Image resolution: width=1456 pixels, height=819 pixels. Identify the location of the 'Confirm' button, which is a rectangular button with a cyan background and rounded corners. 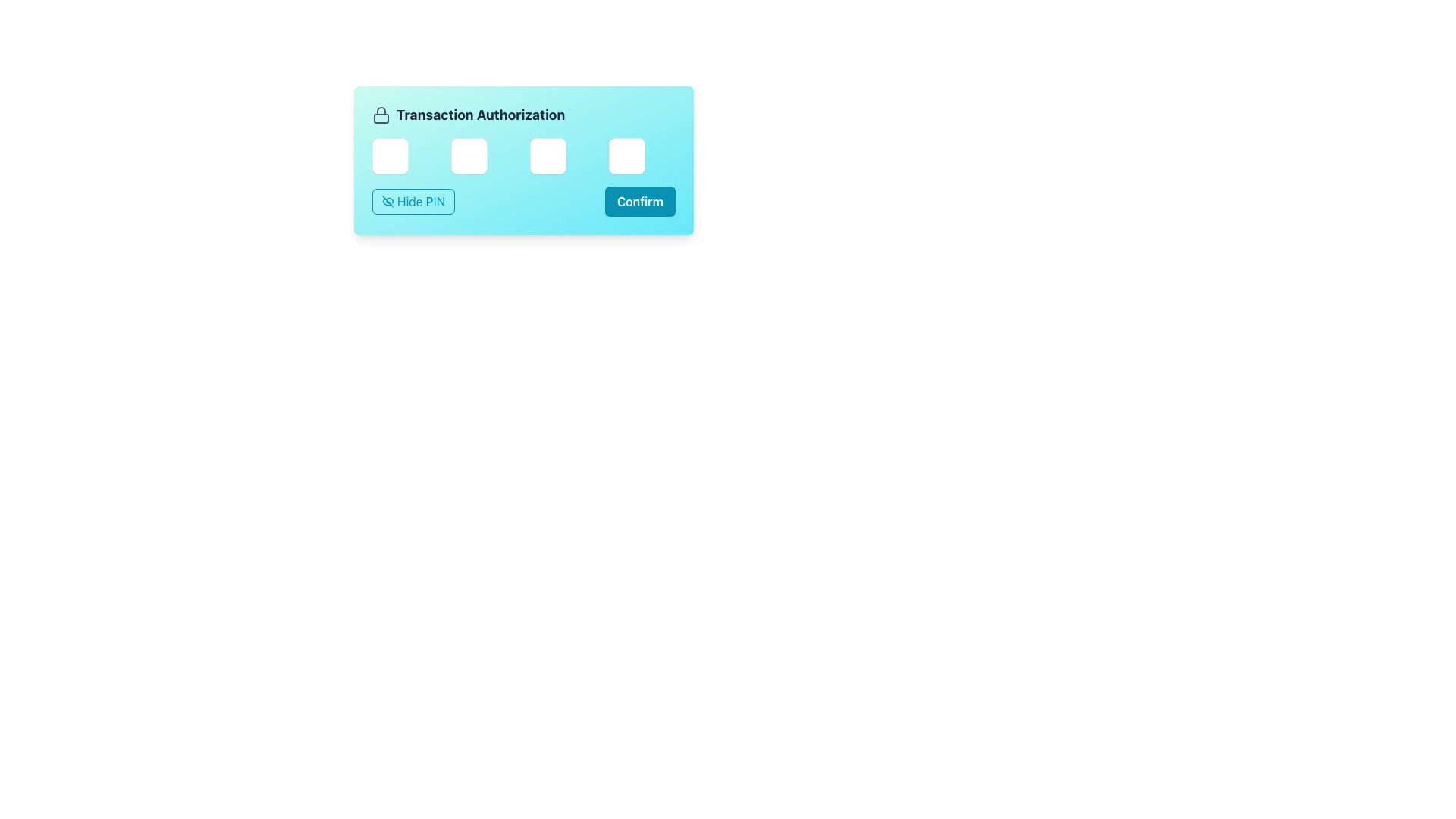
(640, 201).